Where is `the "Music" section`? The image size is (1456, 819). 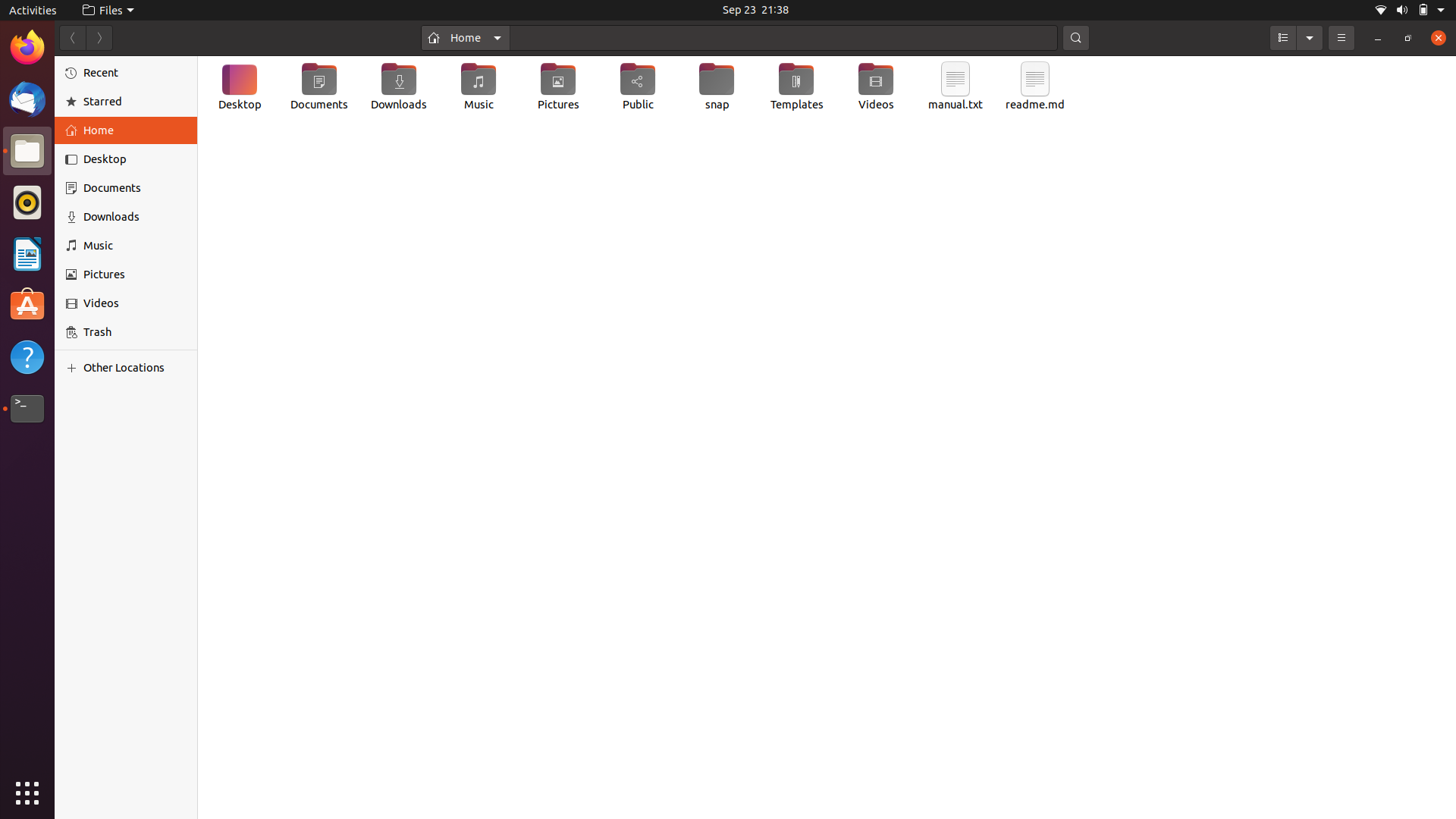 the "Music" section is located at coordinates (128, 245).